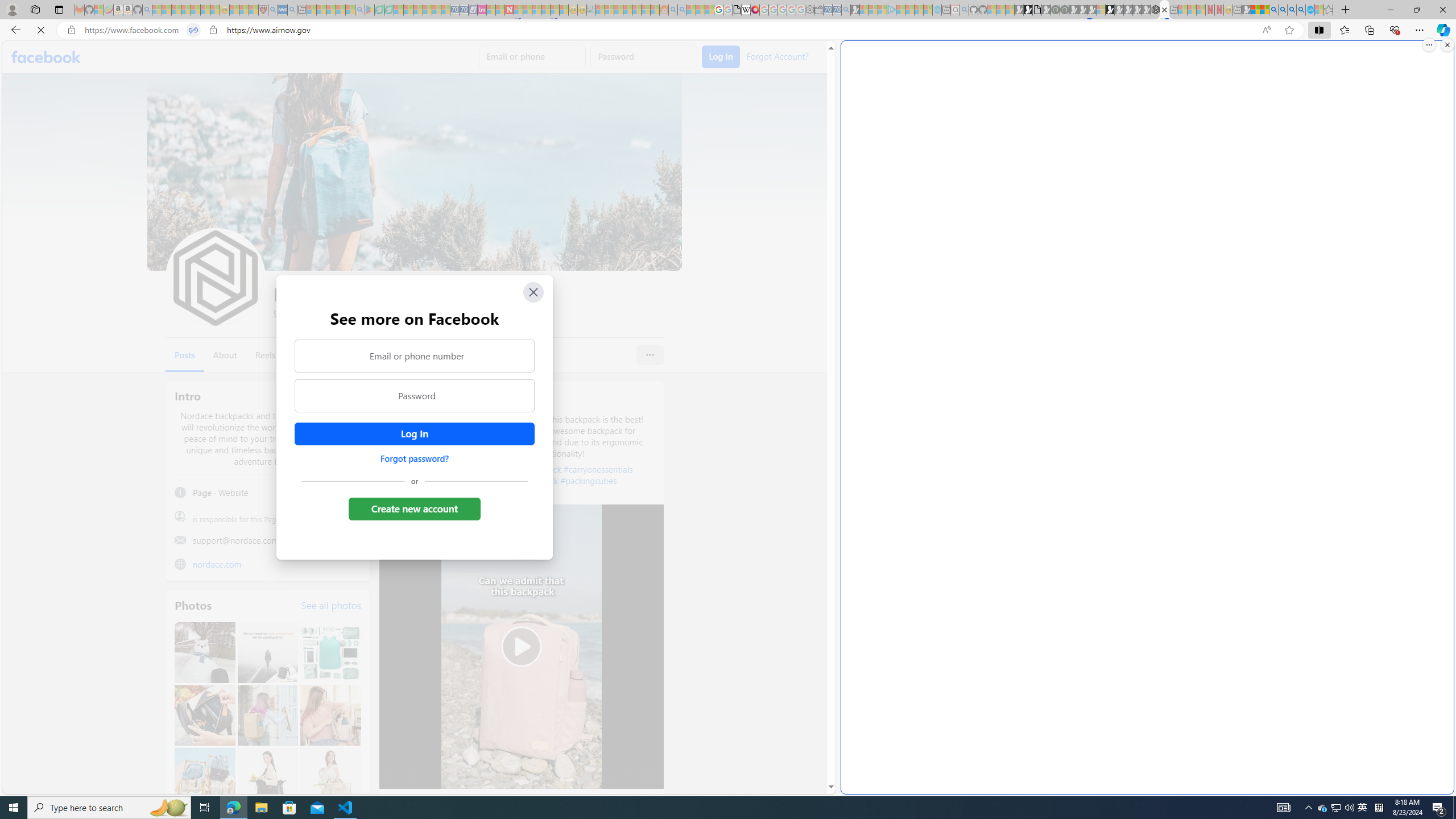  Describe the element at coordinates (46, 56) in the screenshot. I see `'Facebook'` at that location.